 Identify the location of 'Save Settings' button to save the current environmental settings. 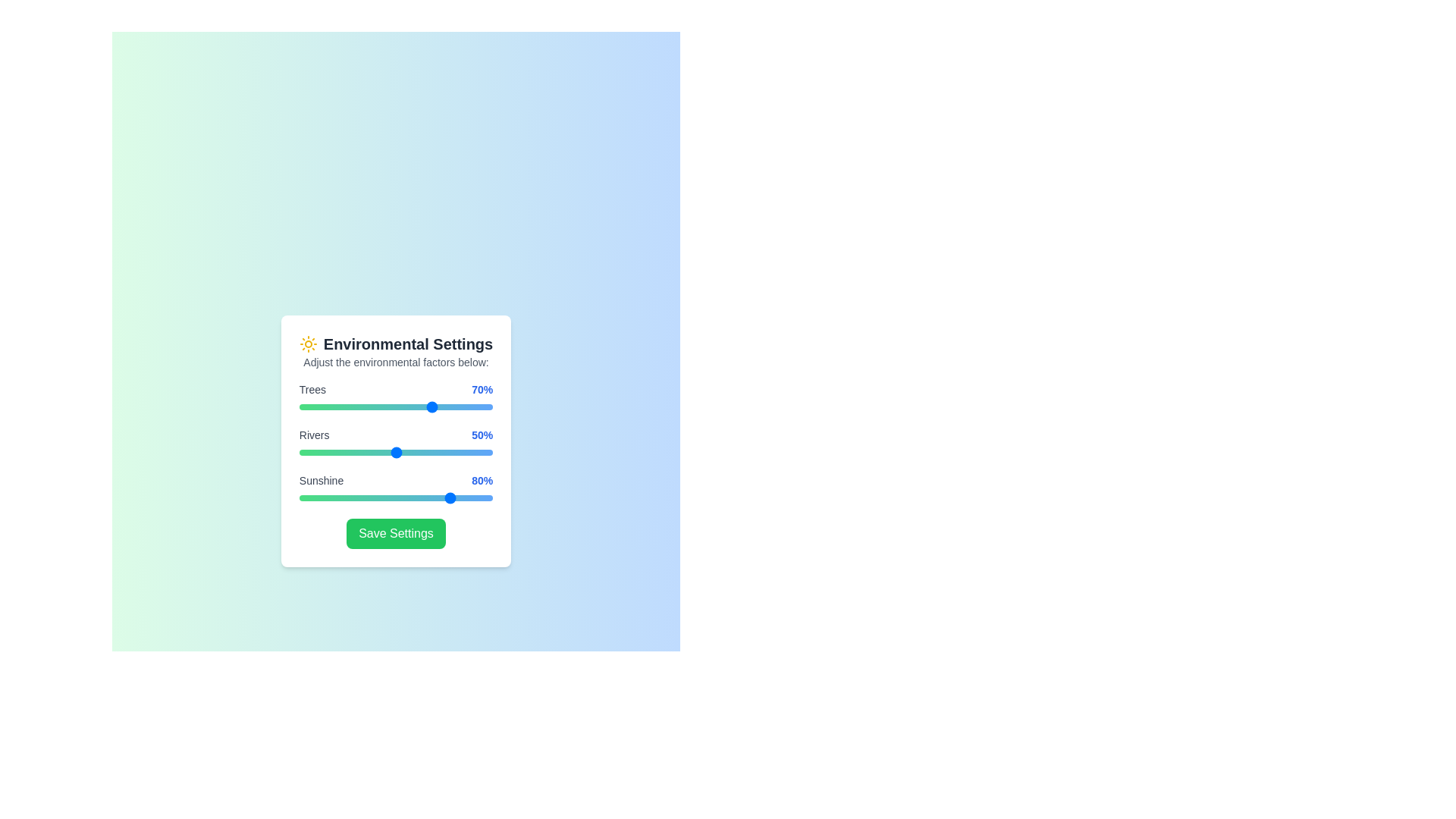
(396, 533).